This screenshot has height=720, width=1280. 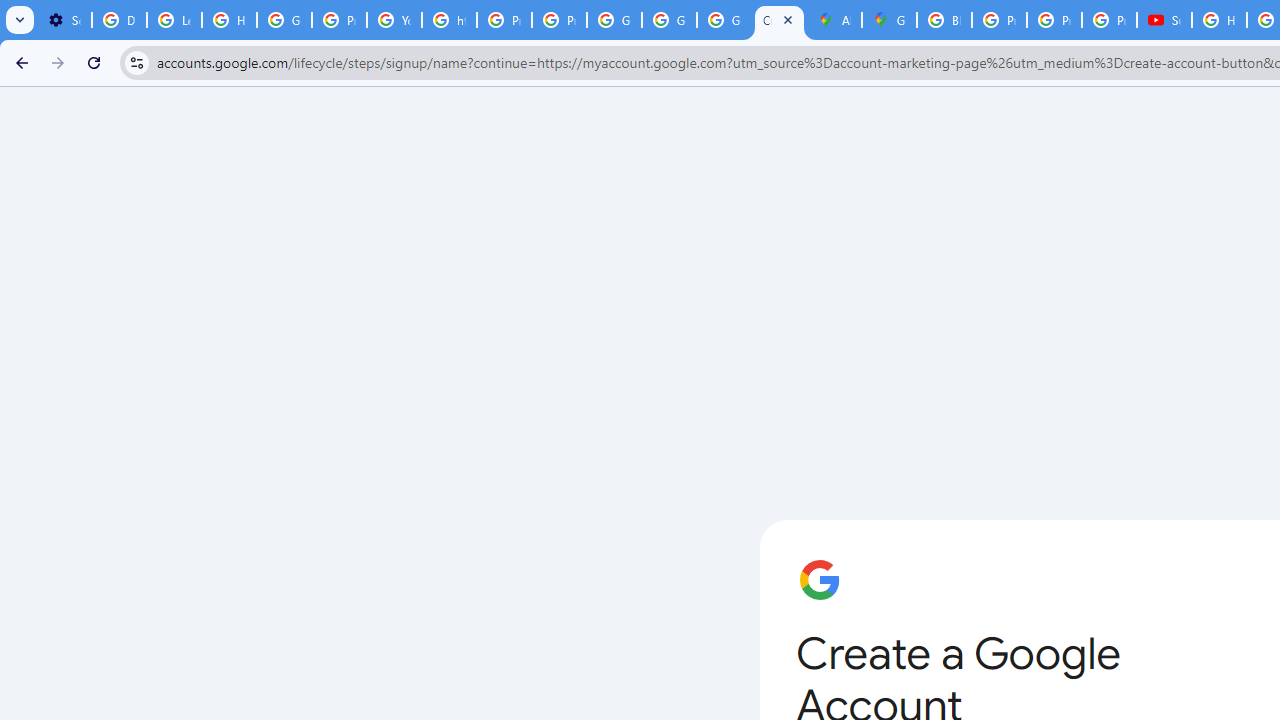 What do you see at coordinates (394, 20) in the screenshot?
I see `'YouTube'` at bounding box center [394, 20].